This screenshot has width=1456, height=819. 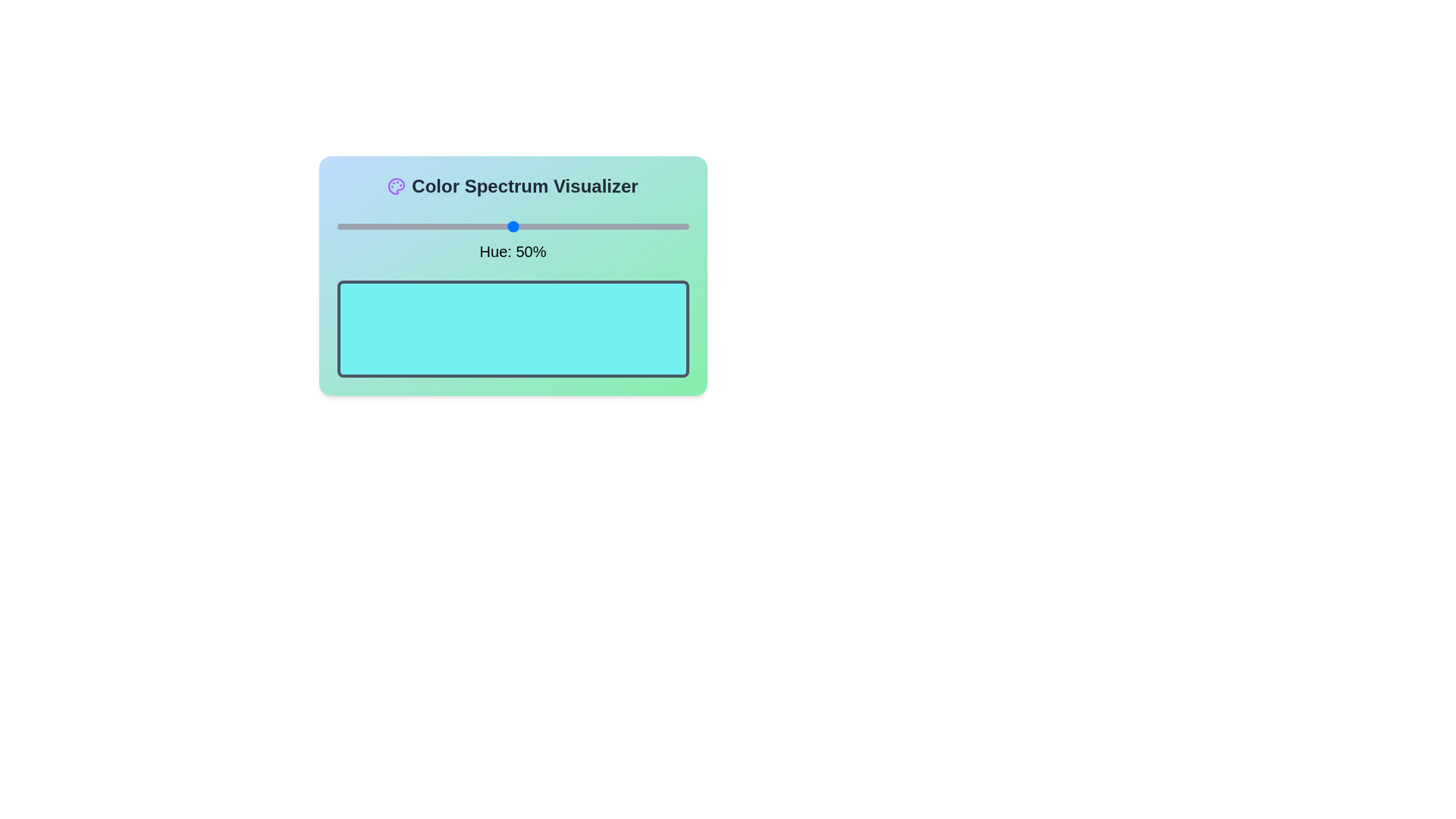 What do you see at coordinates (400, 227) in the screenshot?
I see `the slider to set the hue to 18%` at bounding box center [400, 227].